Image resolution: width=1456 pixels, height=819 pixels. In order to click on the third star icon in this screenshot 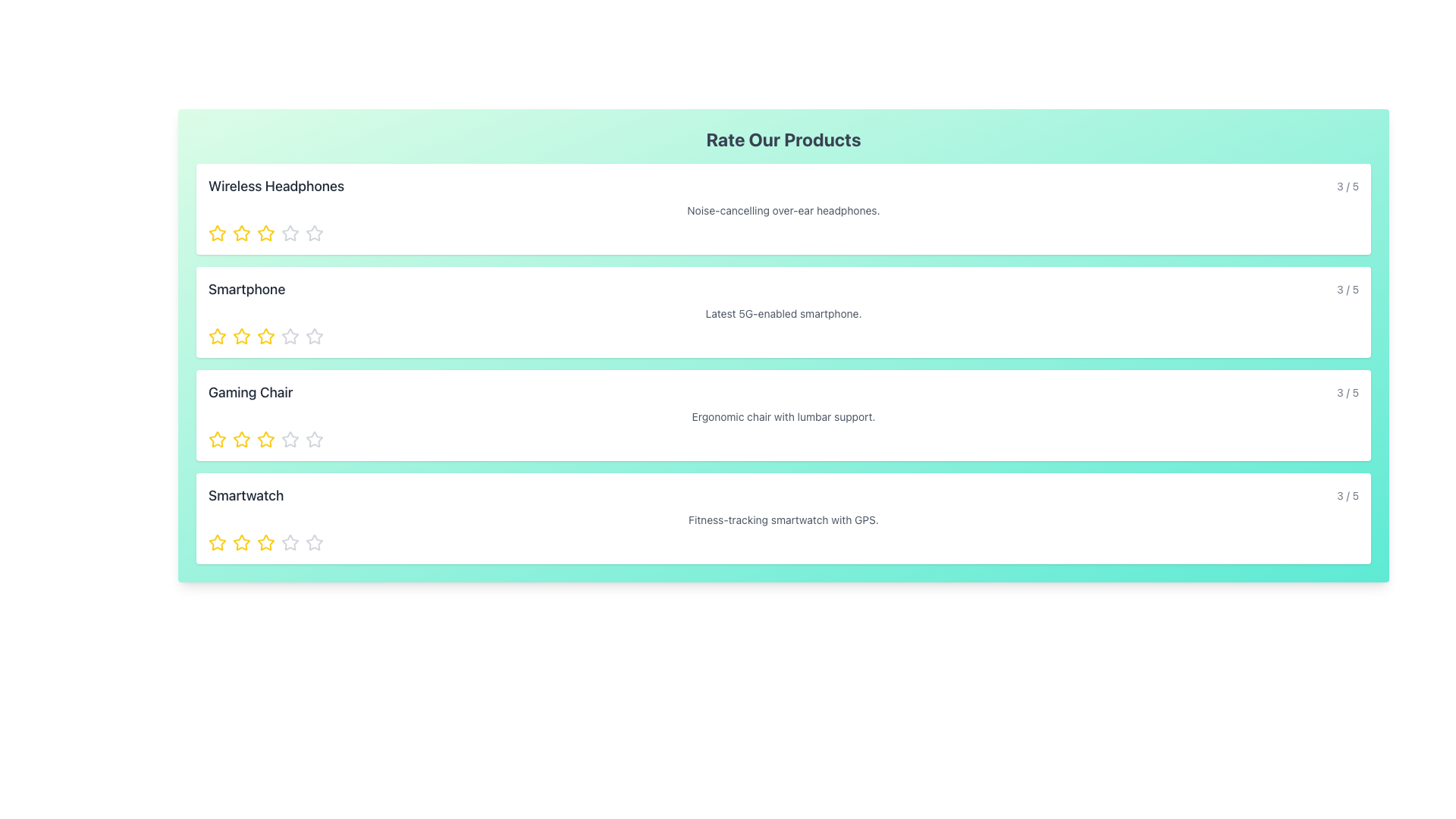, I will do `click(265, 439)`.